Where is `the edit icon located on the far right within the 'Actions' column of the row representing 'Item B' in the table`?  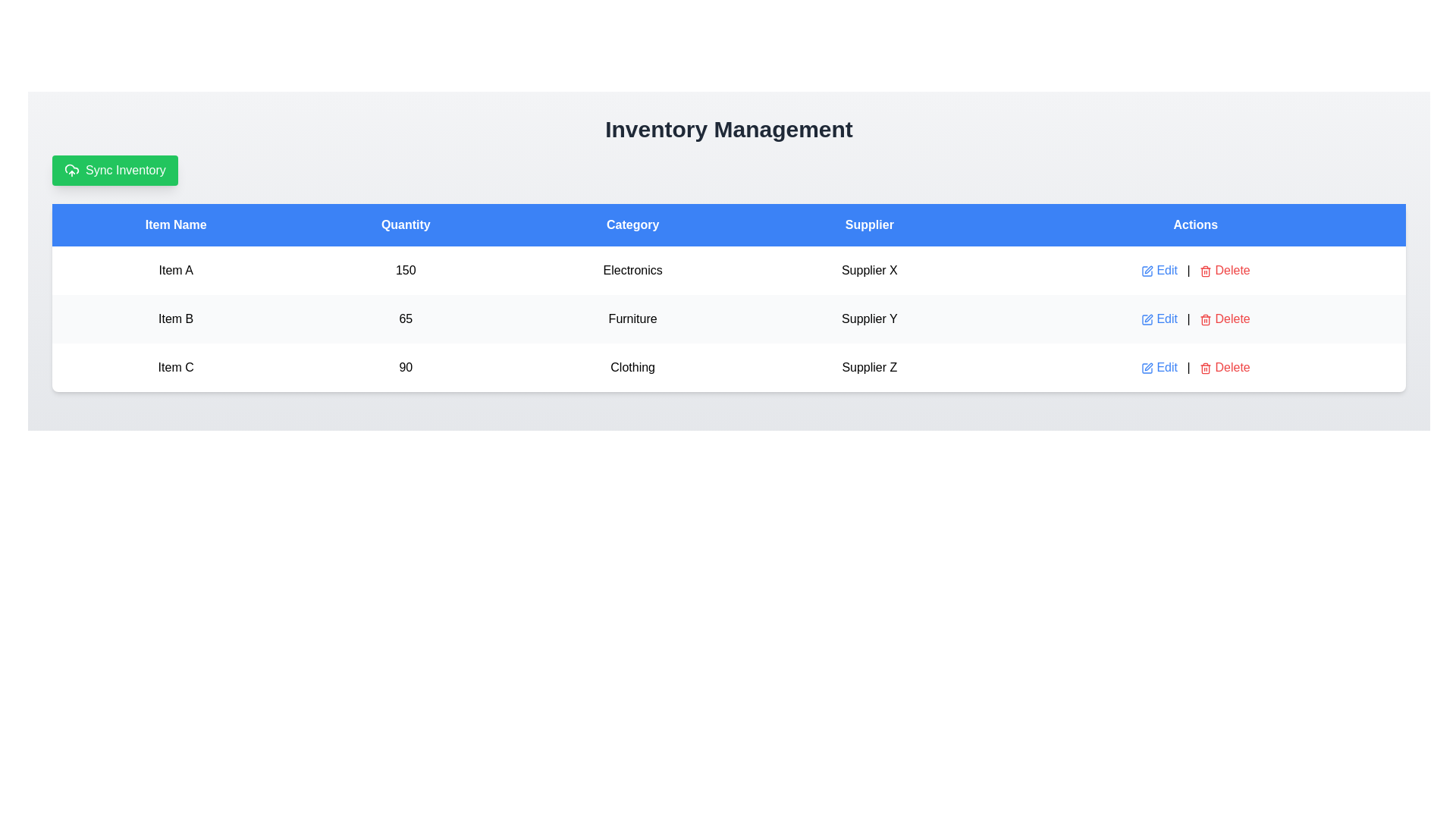
the edit icon located on the far right within the 'Actions' column of the row representing 'Item B' in the table is located at coordinates (1149, 317).